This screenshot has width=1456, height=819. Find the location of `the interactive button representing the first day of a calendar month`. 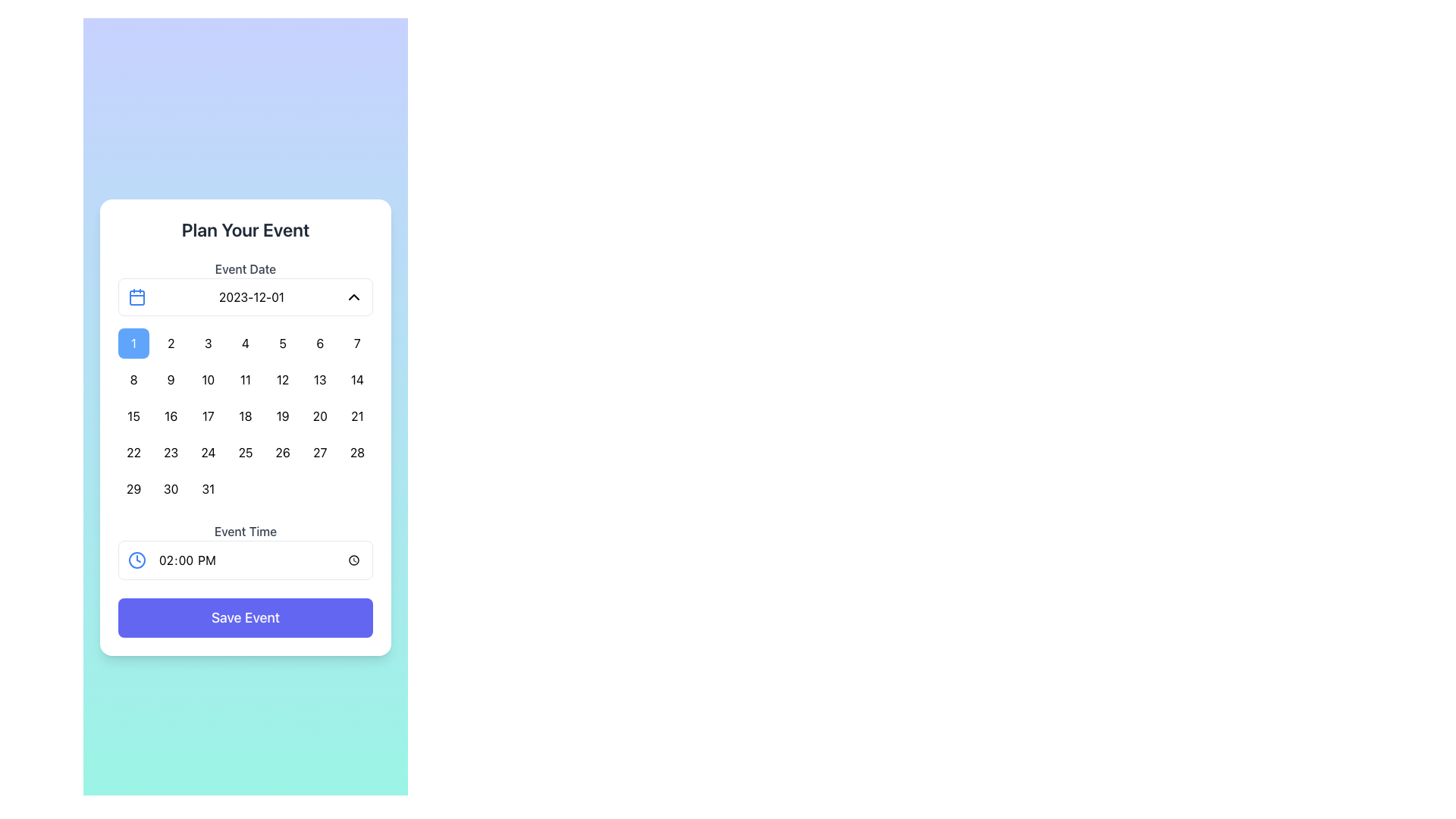

the interactive button representing the first day of a calendar month is located at coordinates (133, 343).